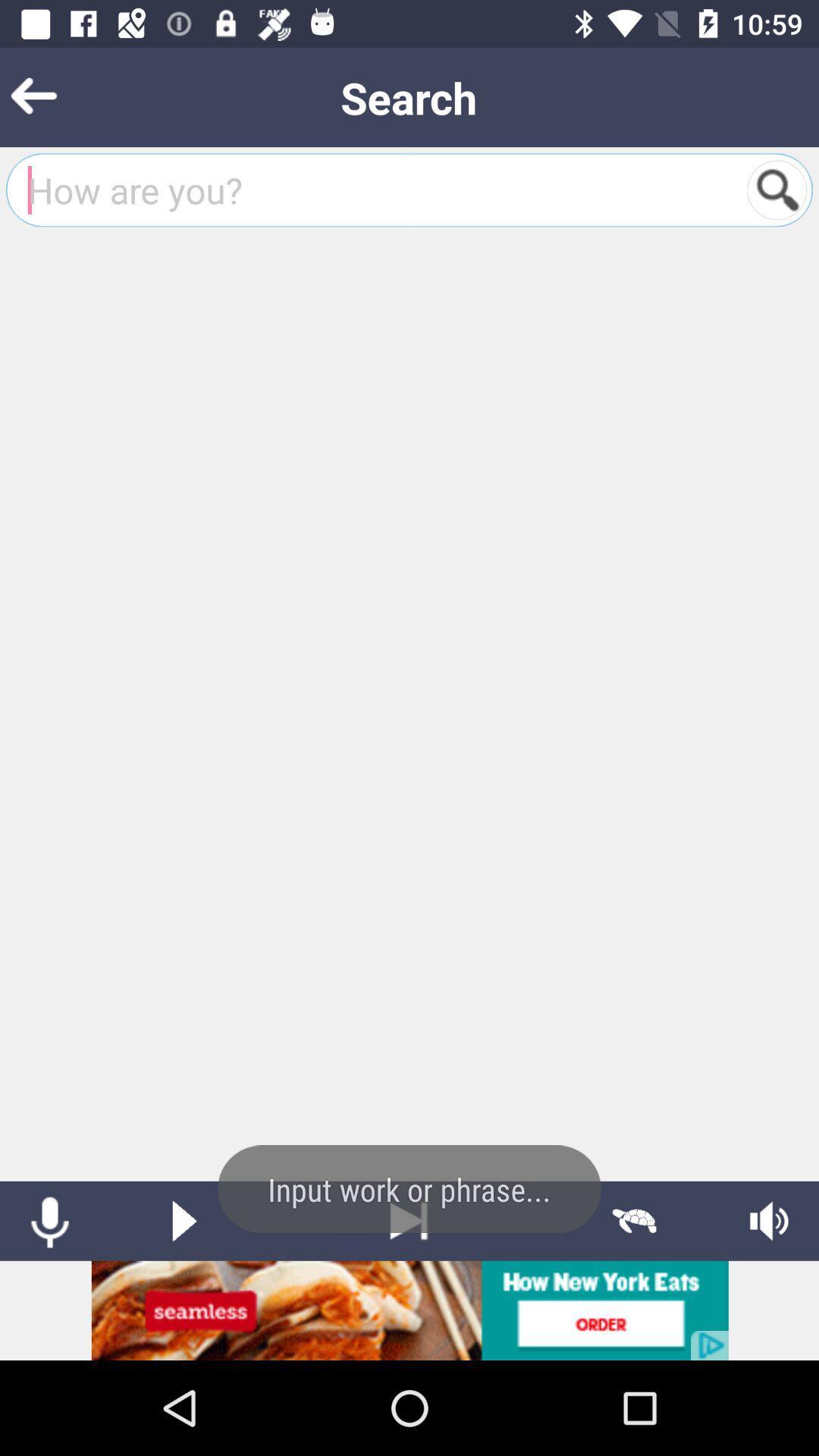  What do you see at coordinates (409, 1310) in the screenshot?
I see `banner` at bounding box center [409, 1310].